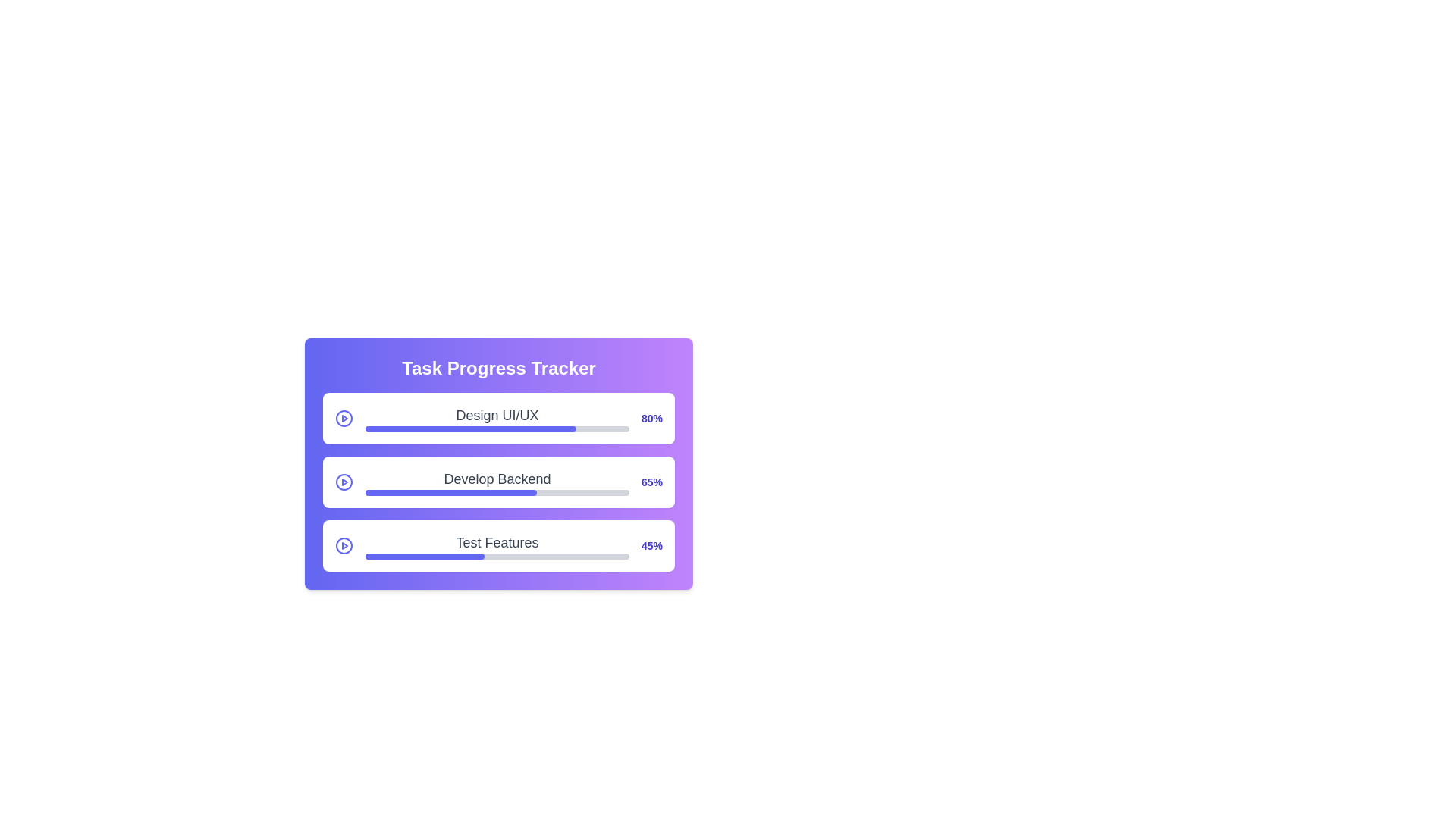 This screenshot has width=1456, height=819. I want to click on text content of the Text Label displaying 'Design UI/UX', which is located at the top center of its card above the progress bar, so click(497, 418).